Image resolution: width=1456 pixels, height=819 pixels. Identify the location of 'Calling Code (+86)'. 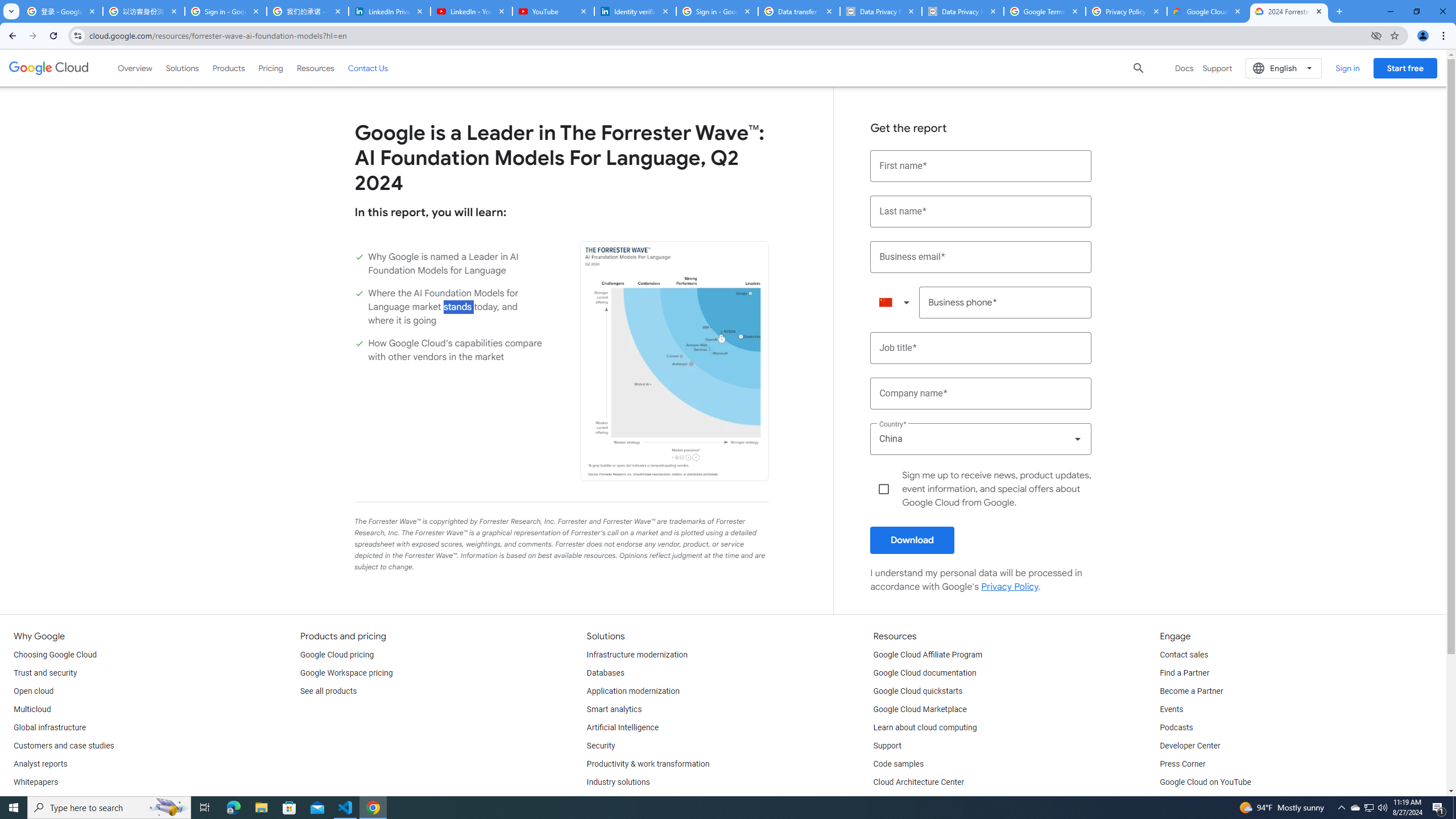
(895, 303).